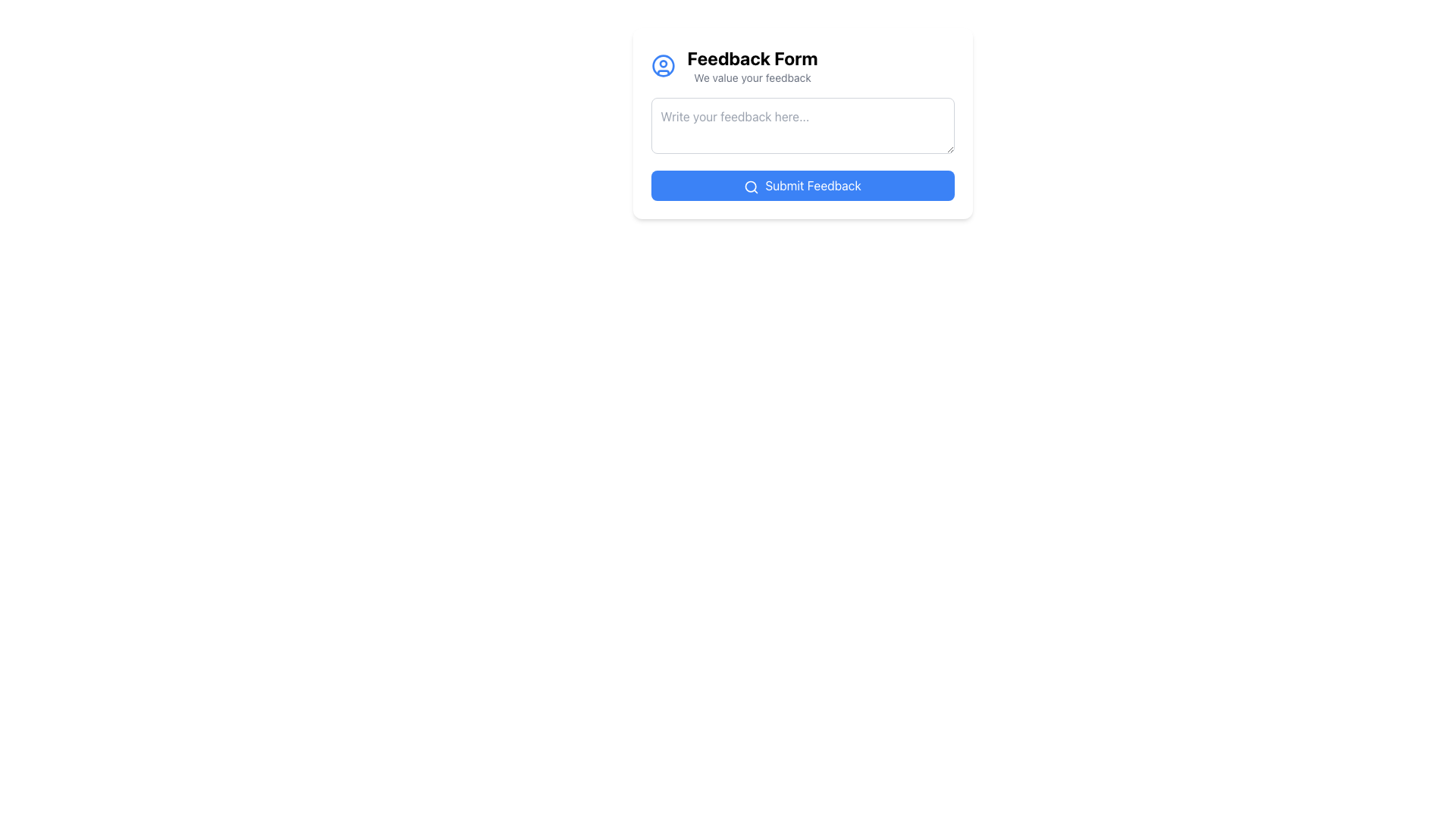  Describe the element at coordinates (752, 78) in the screenshot. I see `the static text that reads 'We value your feedback' located beneath the header 'Feedback Form' in the feedback form interface` at that location.